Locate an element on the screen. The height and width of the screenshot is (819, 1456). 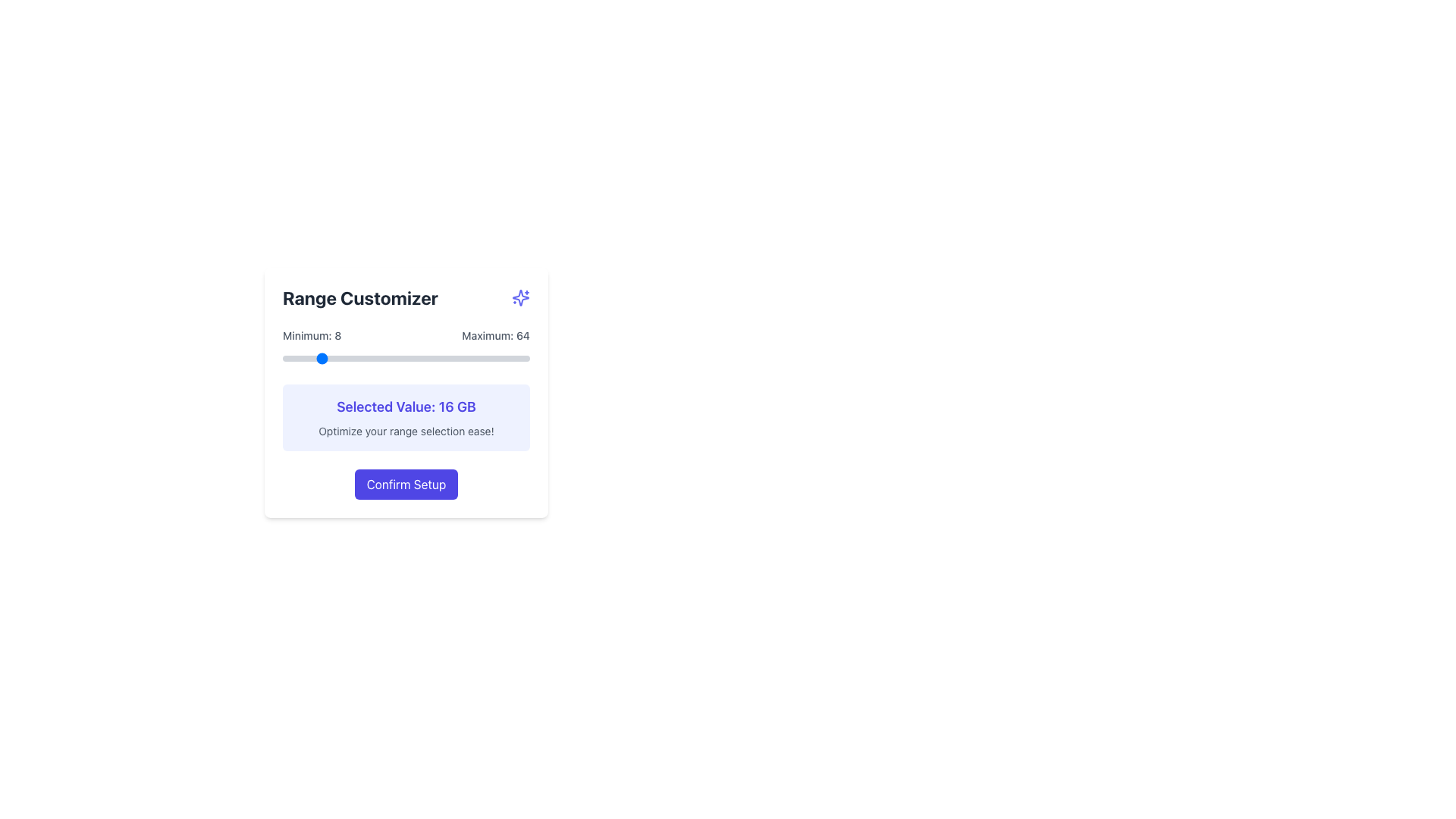
the decorative branding icon located in the top-right corner of the 'Range Customizer' card is located at coordinates (520, 298).